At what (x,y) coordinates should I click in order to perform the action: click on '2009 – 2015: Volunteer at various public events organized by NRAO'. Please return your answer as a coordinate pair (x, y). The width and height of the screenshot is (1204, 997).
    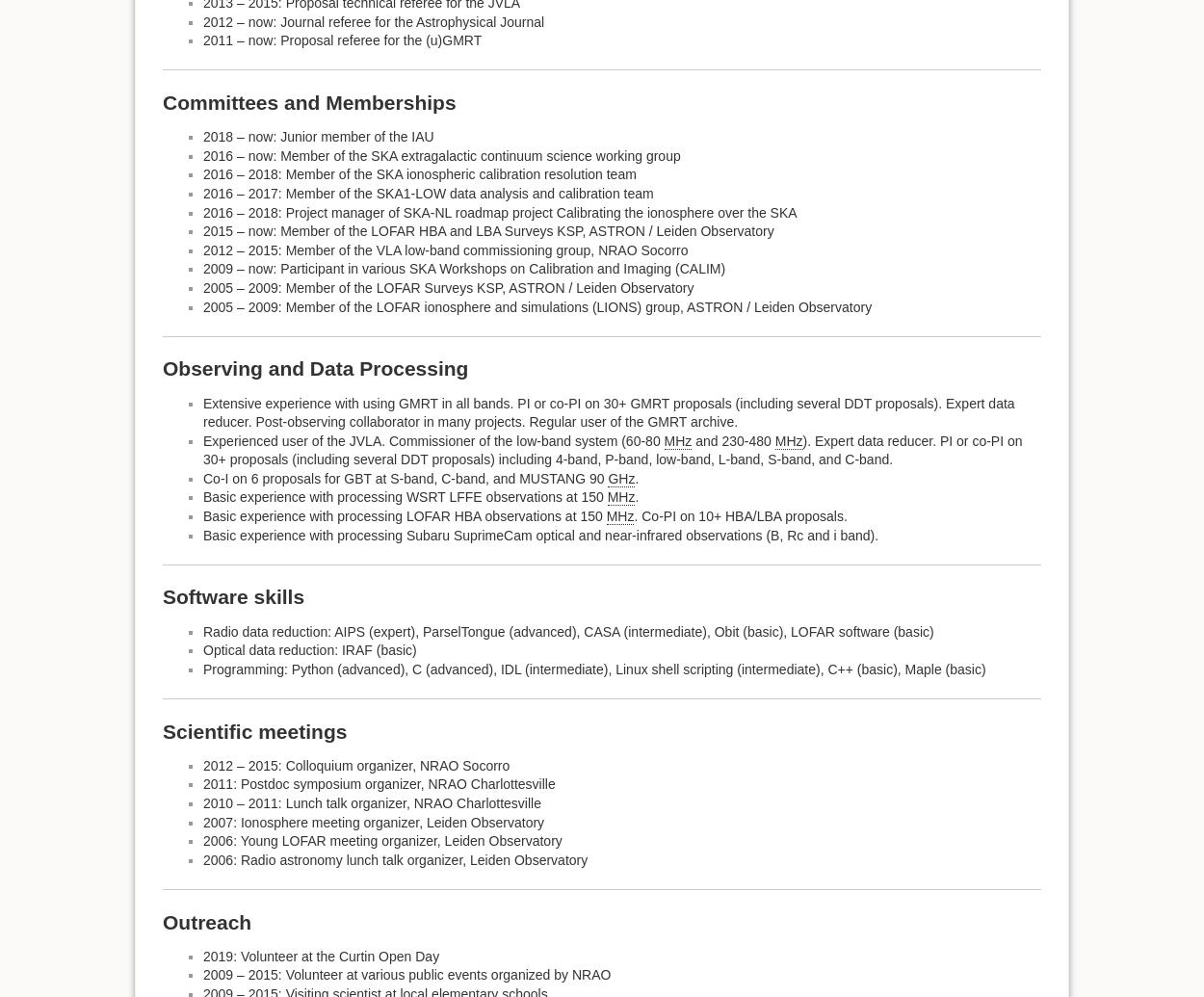
    Looking at the image, I should click on (406, 974).